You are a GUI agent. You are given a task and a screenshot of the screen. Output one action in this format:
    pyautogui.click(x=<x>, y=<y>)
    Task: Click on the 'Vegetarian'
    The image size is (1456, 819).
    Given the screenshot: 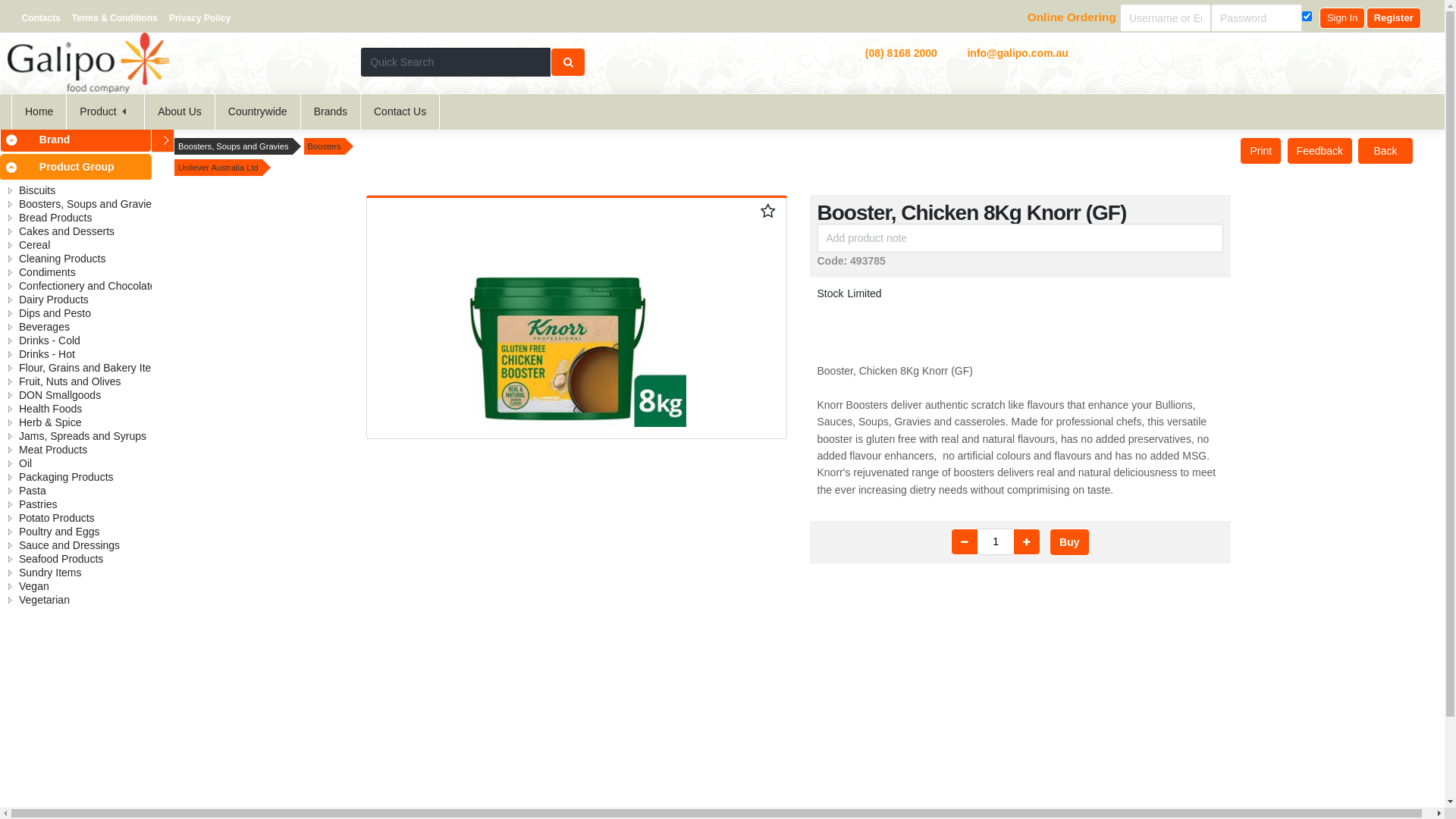 What is the action you would take?
    pyautogui.click(x=44, y=598)
    